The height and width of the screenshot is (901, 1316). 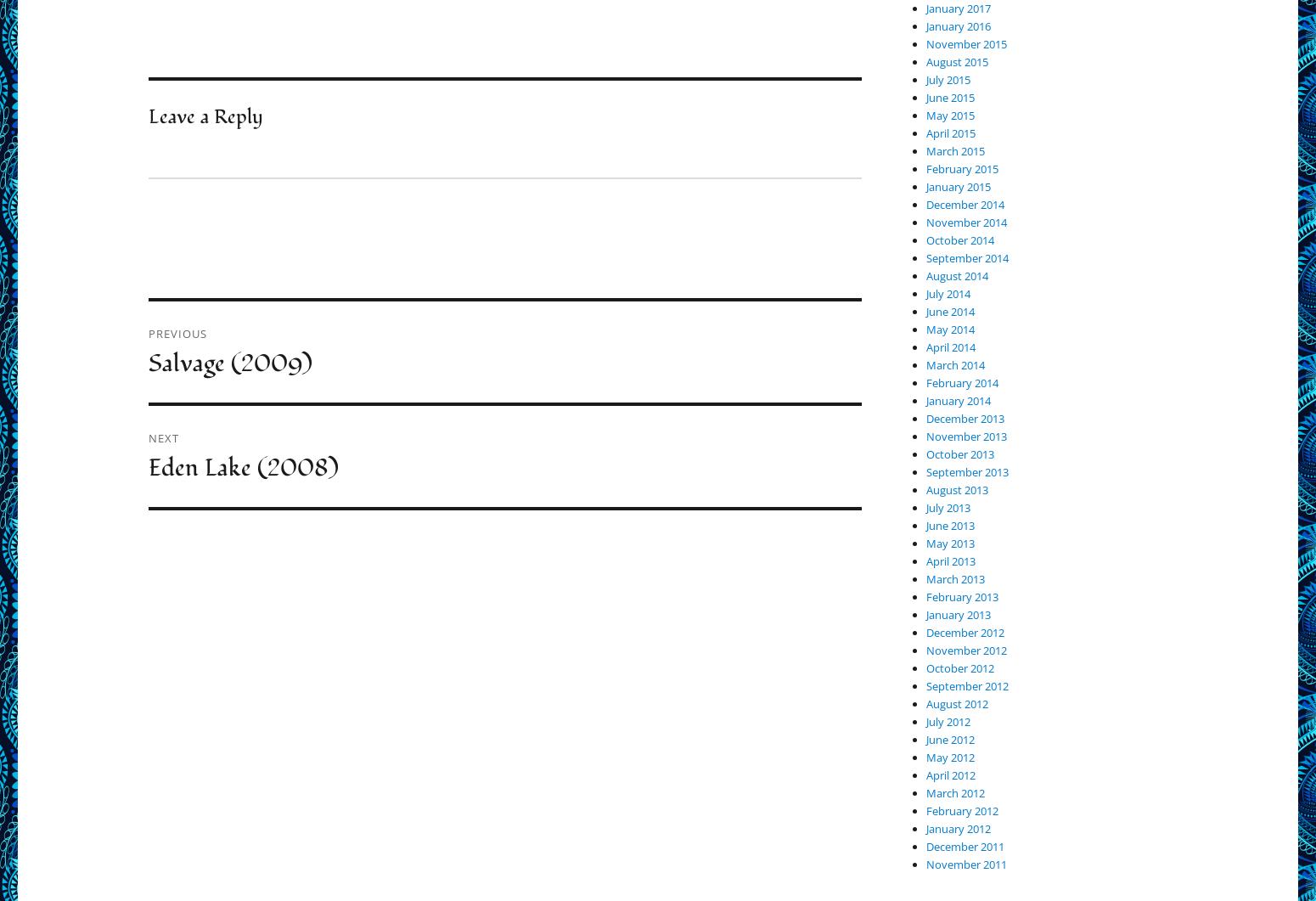 What do you see at coordinates (947, 506) in the screenshot?
I see `'July 2013'` at bounding box center [947, 506].